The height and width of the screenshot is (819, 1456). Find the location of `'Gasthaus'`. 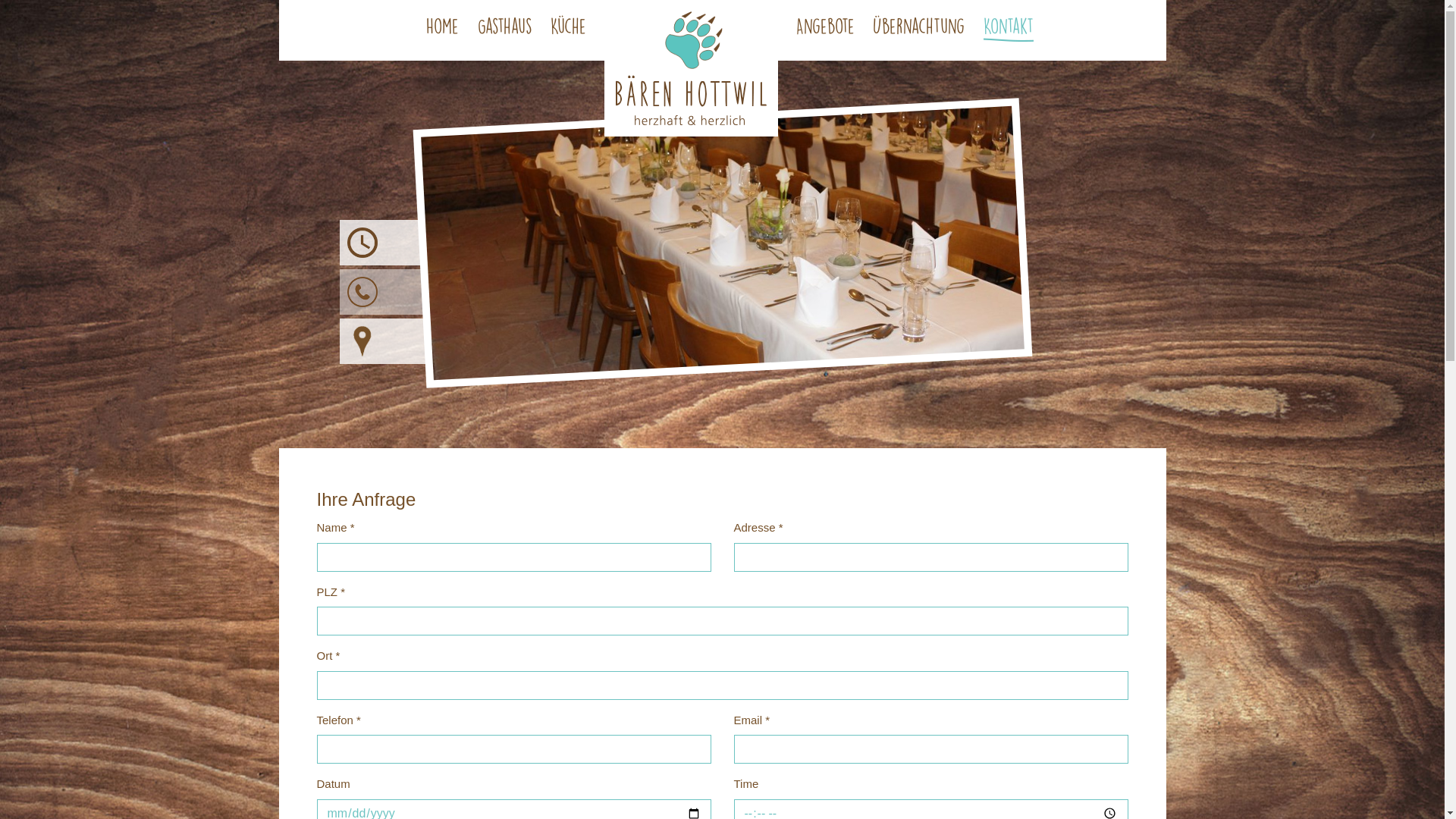

'Gasthaus' is located at coordinates (505, 29).